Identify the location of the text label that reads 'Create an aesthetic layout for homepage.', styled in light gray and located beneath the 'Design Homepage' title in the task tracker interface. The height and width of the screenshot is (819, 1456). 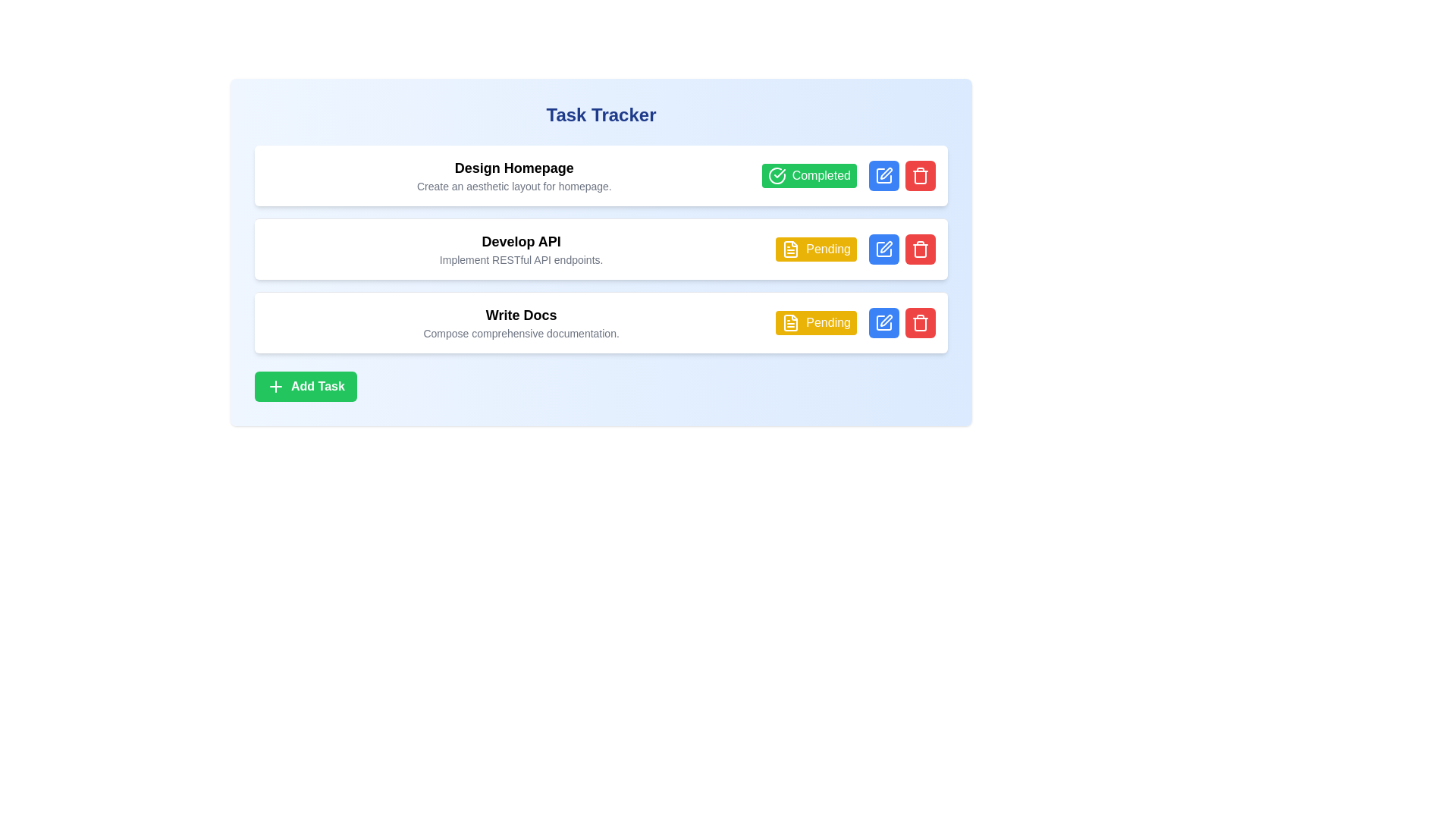
(514, 186).